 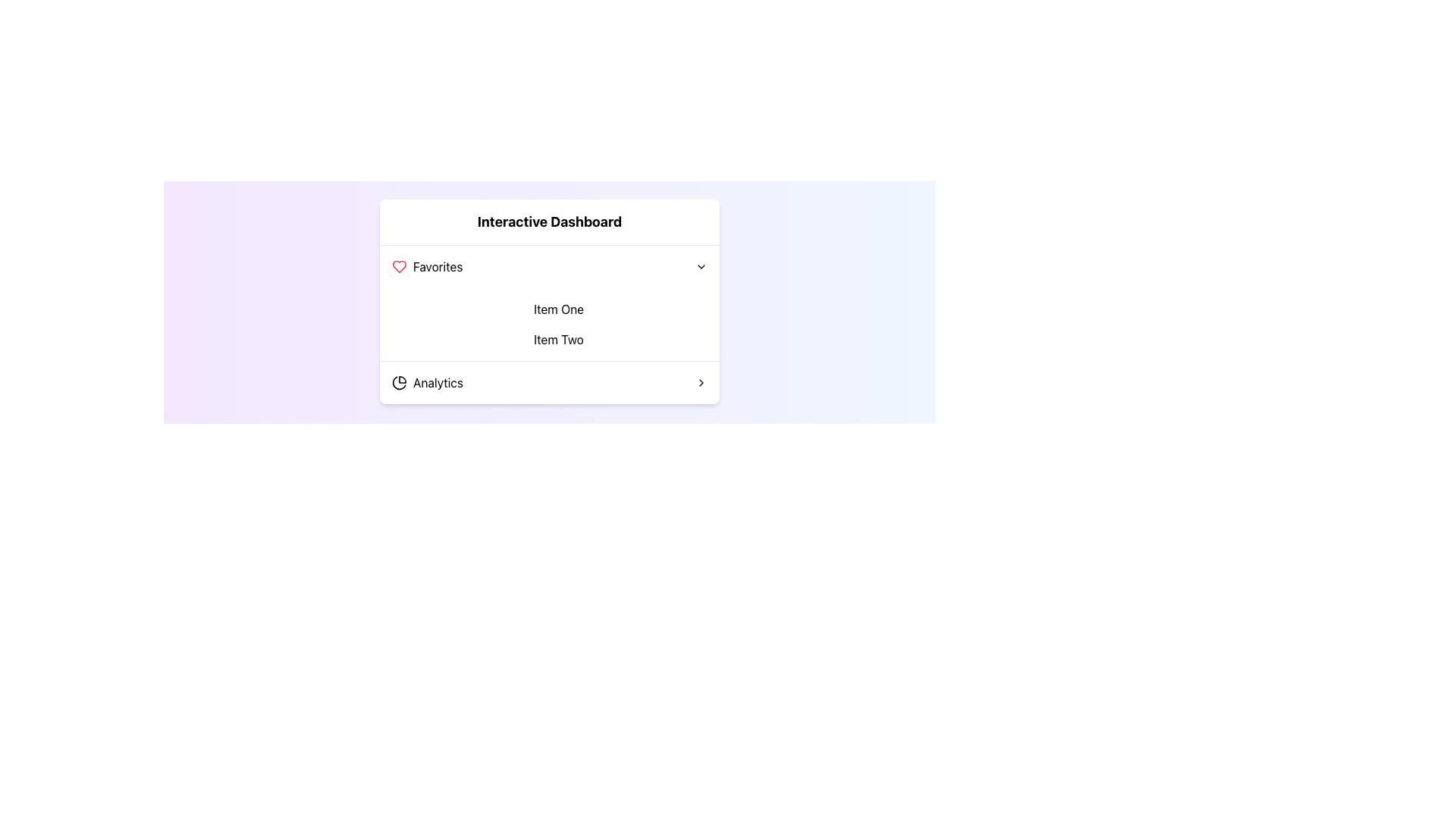 I want to click on the horizontal group containing a heart-shaped icon and the text label 'Favorites', so click(x=426, y=265).